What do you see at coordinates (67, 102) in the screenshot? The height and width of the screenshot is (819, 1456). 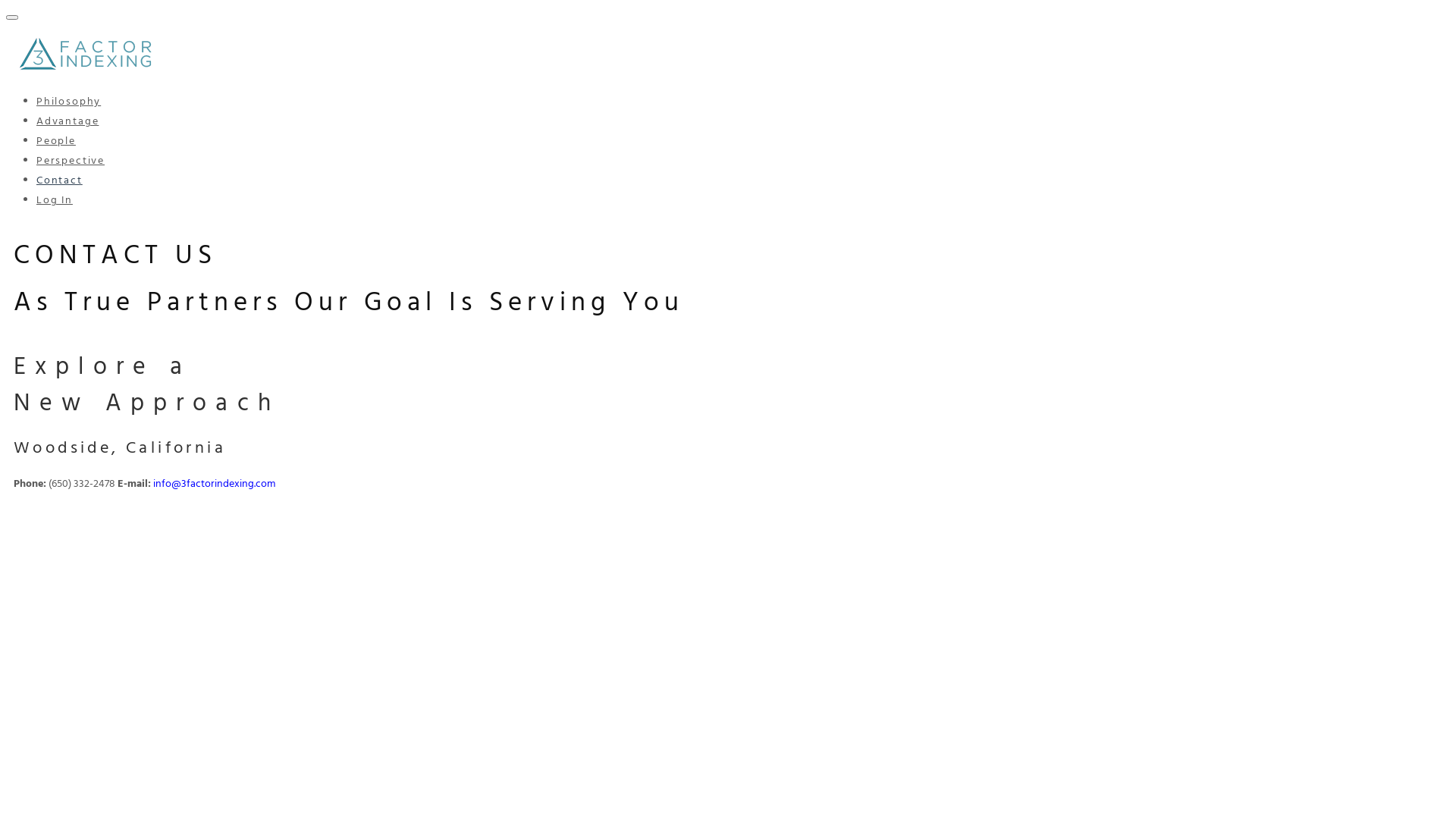 I see `'Philosophy'` at bounding box center [67, 102].